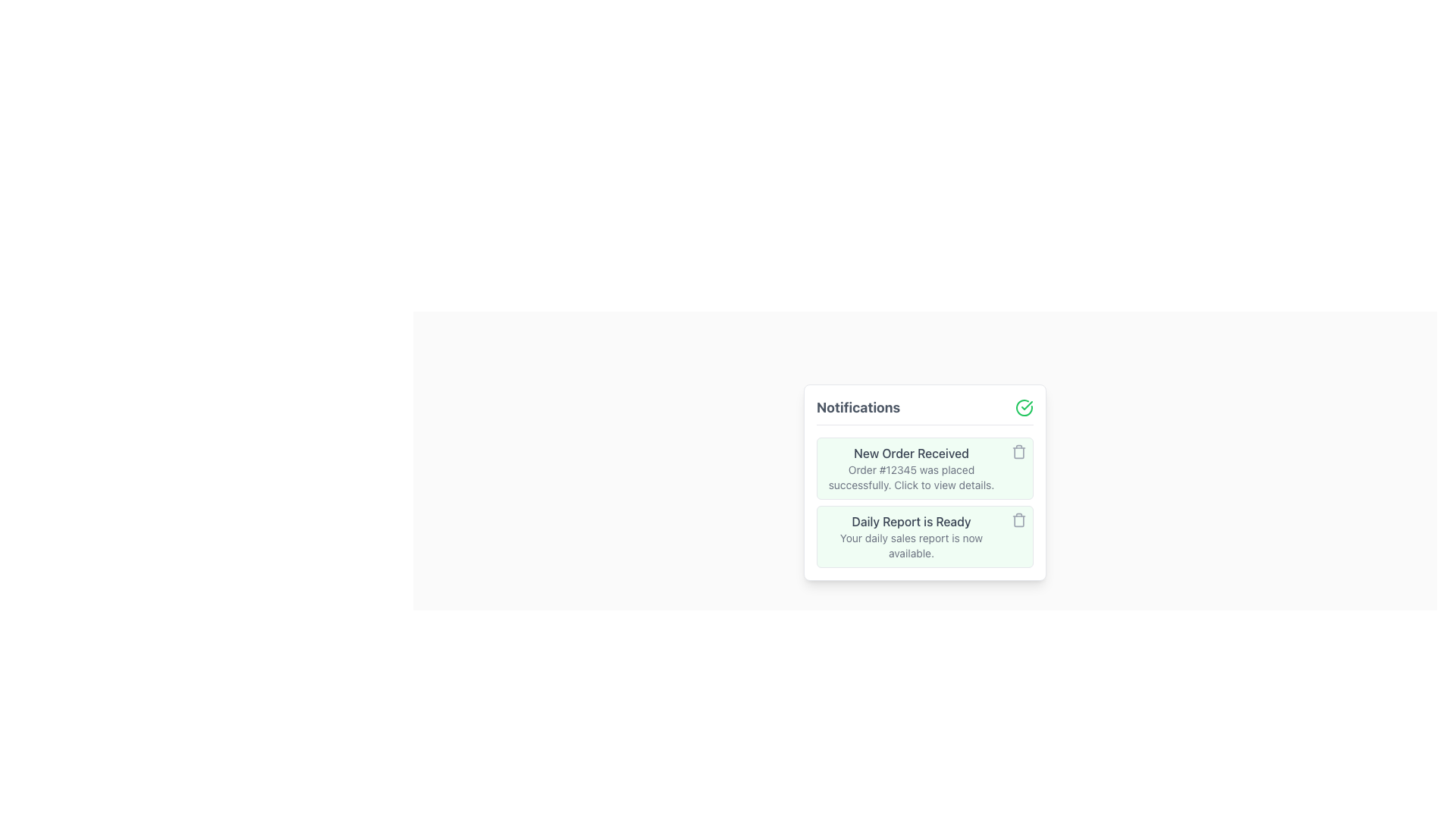  What do you see at coordinates (1019, 519) in the screenshot?
I see `the delete button located in the bottom-right corner of the 'Daily Report is Ready' notification box` at bounding box center [1019, 519].